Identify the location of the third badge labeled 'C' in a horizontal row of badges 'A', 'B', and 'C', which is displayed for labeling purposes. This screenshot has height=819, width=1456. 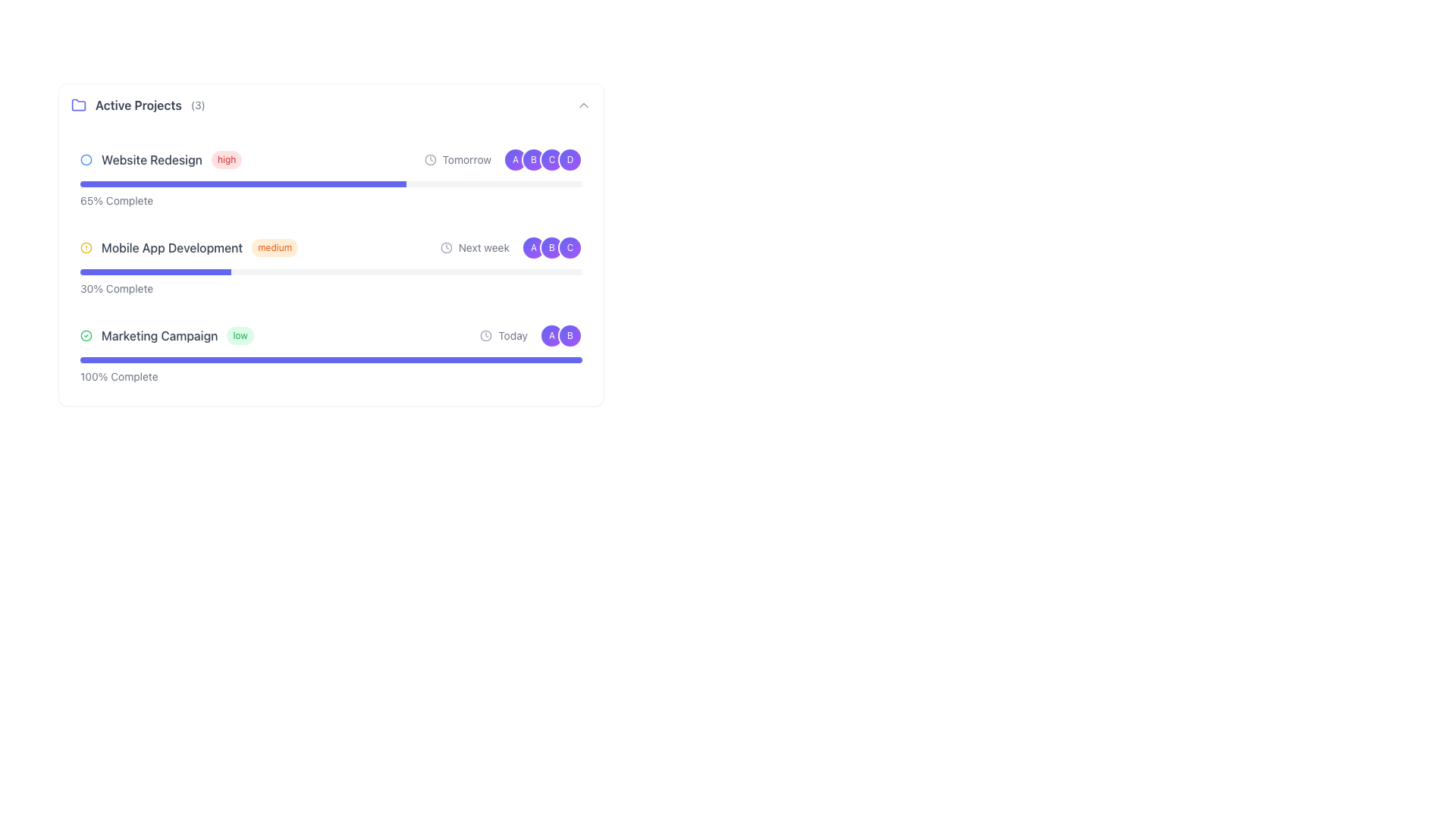
(570, 247).